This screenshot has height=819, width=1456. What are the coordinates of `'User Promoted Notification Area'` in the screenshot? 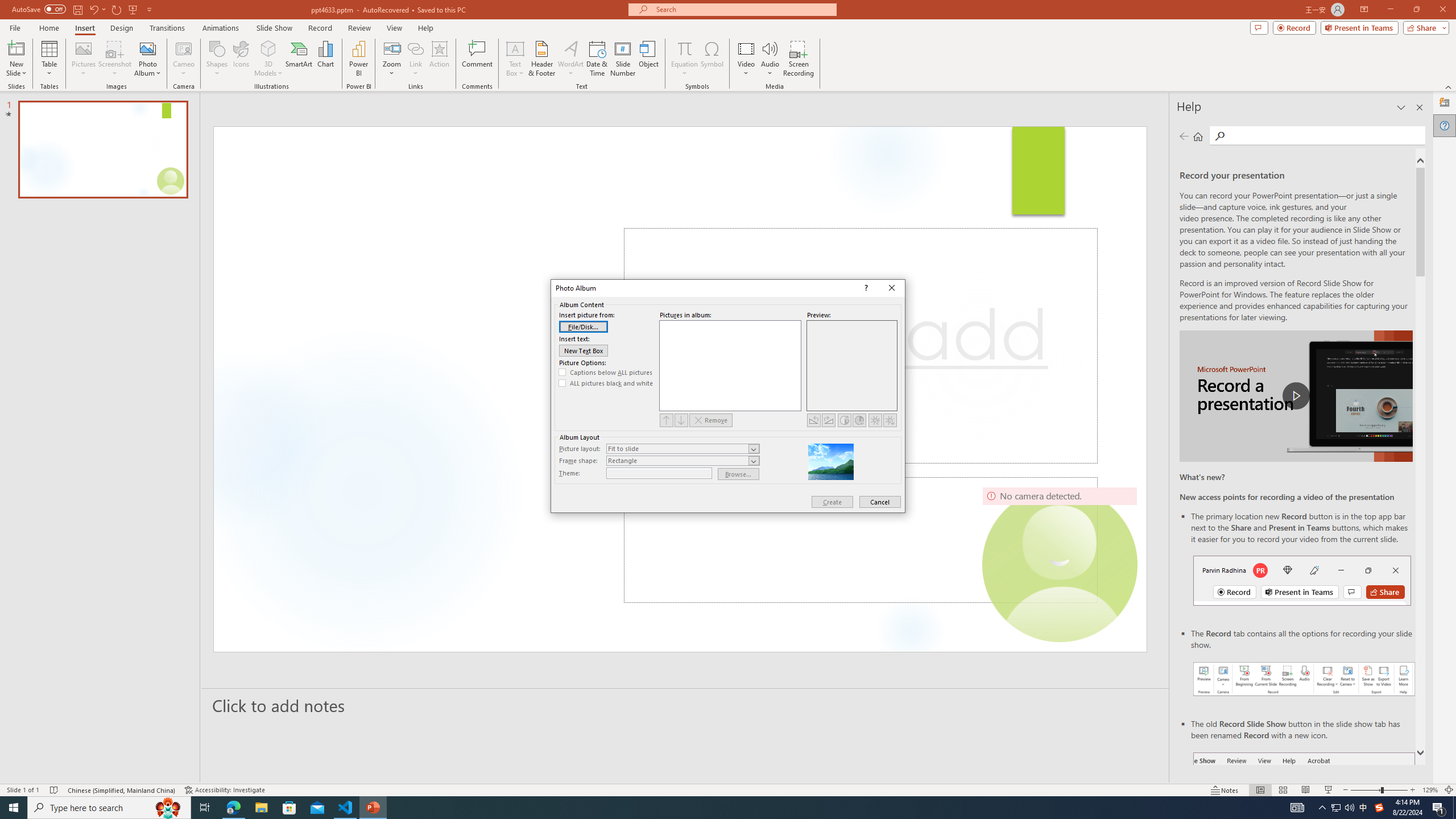 It's located at (1342, 806).